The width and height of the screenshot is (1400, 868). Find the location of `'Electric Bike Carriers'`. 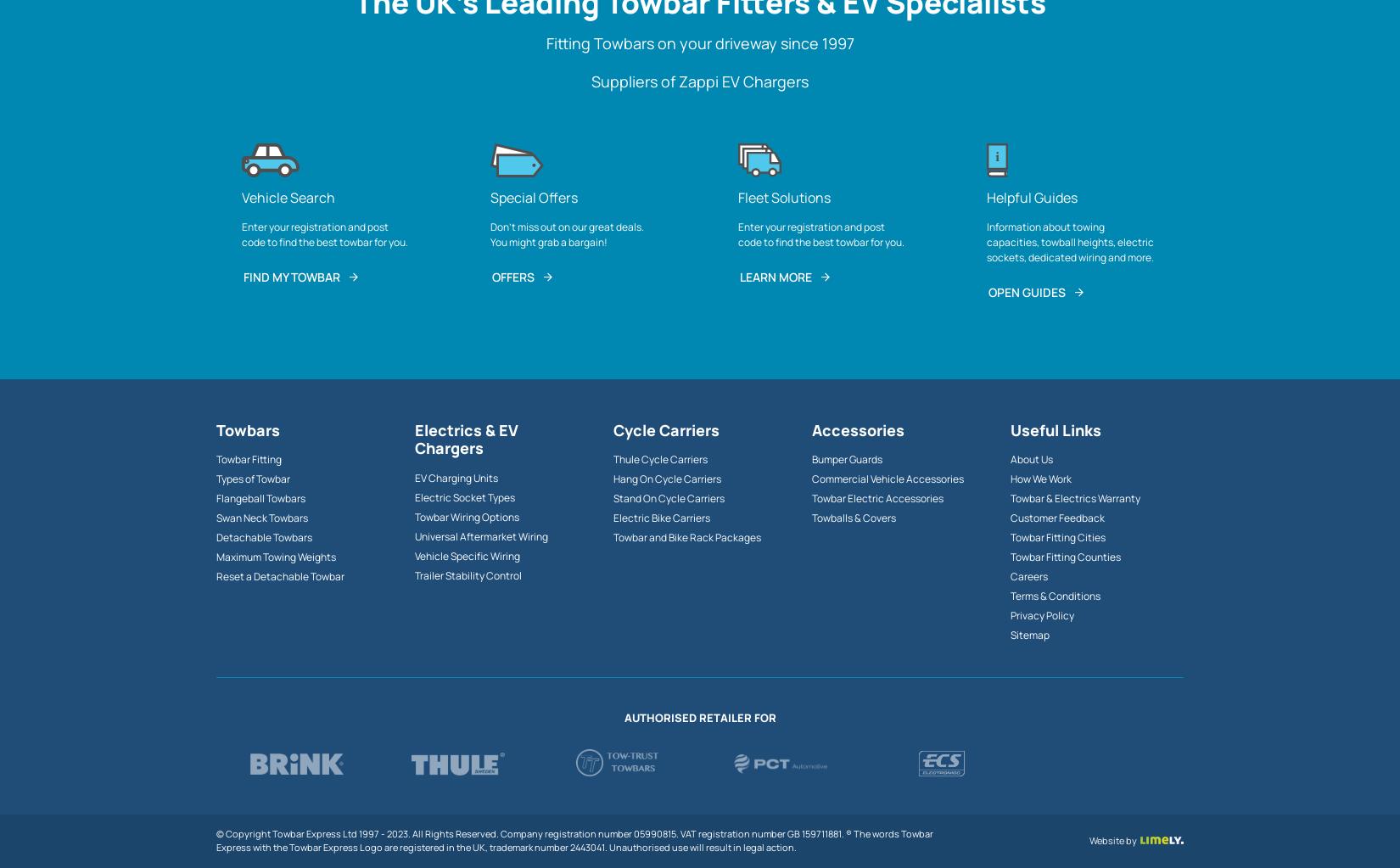

'Electric Bike Carriers' is located at coordinates (660, 517).